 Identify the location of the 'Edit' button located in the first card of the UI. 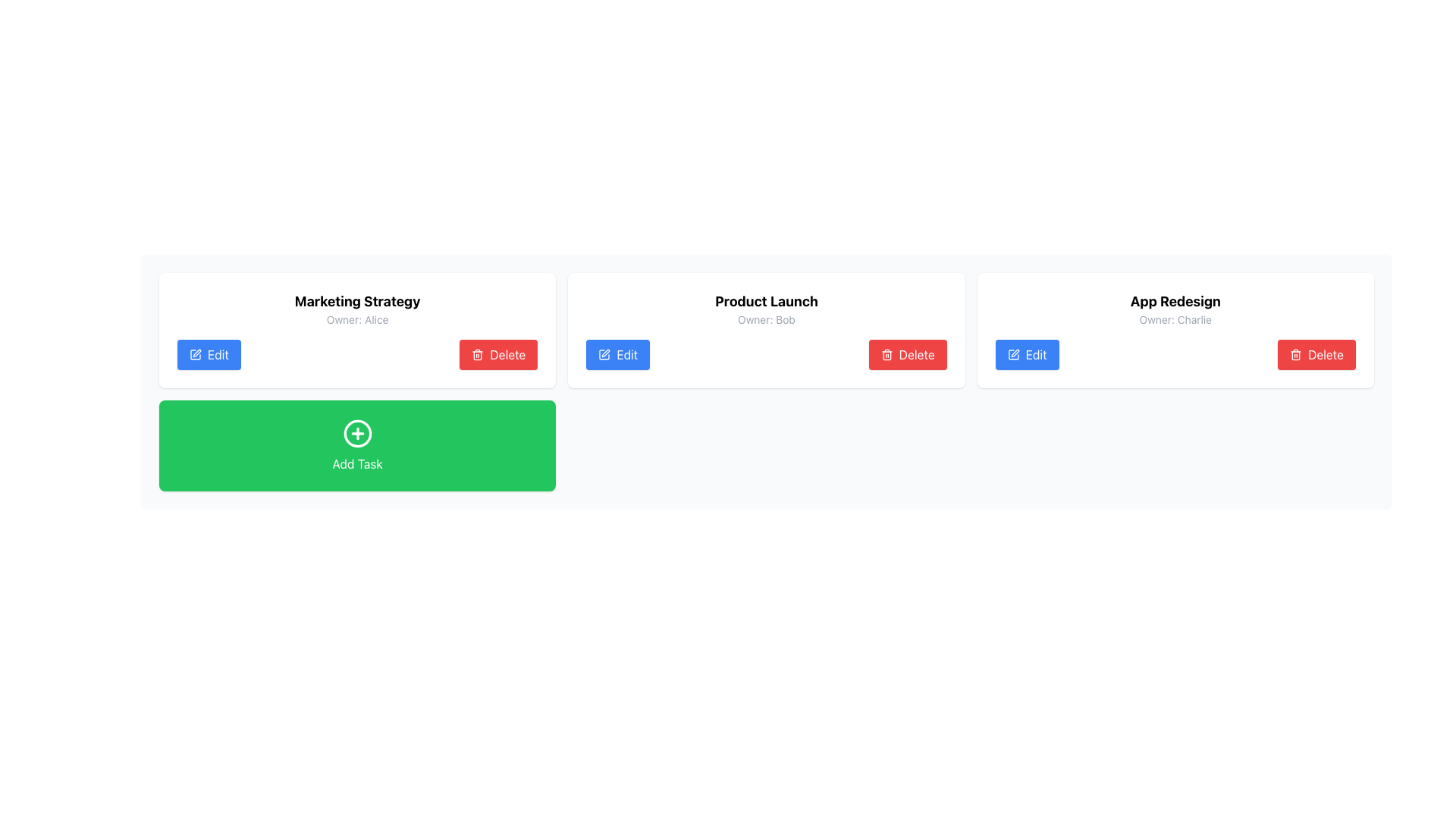
(195, 354).